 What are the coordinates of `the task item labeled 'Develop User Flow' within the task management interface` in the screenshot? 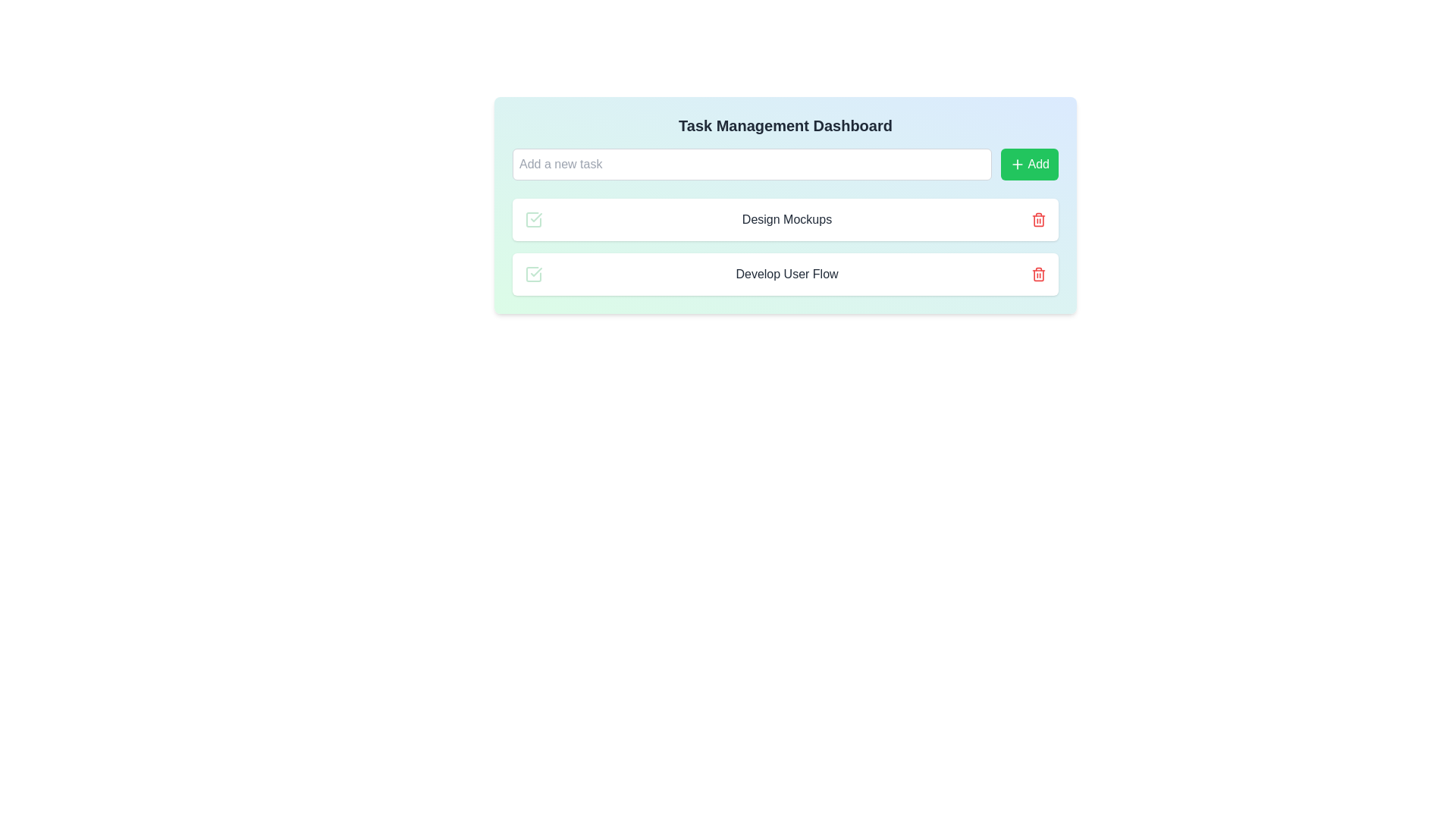 It's located at (786, 275).